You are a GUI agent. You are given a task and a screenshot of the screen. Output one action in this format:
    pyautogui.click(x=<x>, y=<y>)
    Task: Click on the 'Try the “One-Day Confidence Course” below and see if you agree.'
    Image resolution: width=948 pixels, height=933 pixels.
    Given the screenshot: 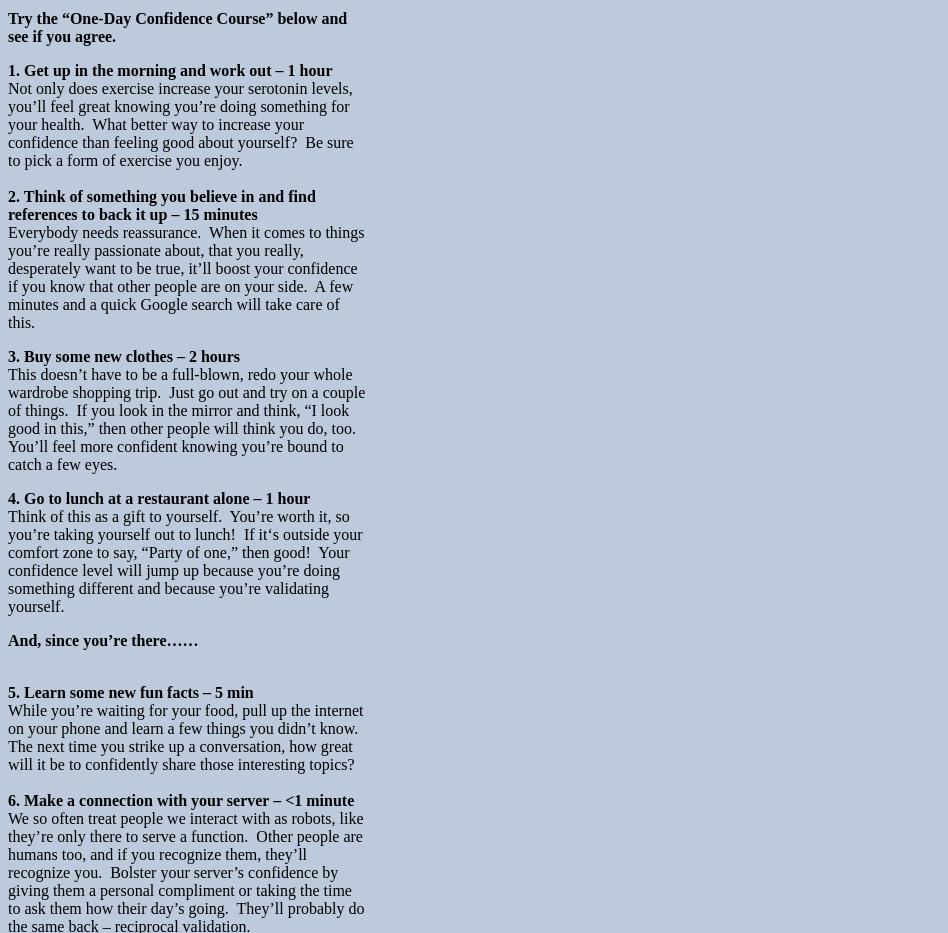 What is the action you would take?
    pyautogui.click(x=176, y=25)
    